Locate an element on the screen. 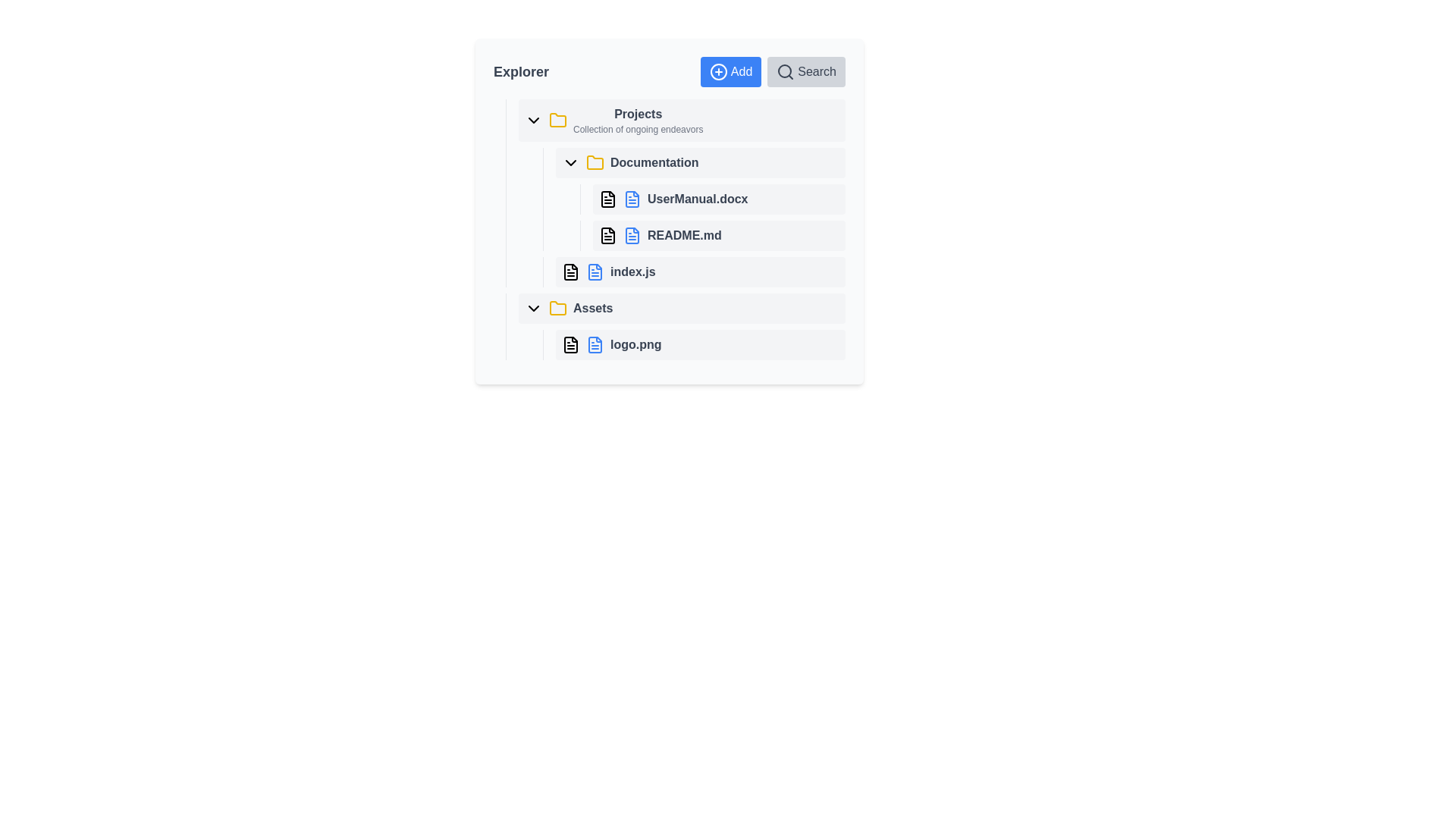  the circular part of the magnifying glass icon, which represents the search functionality in the user interface is located at coordinates (785, 71).